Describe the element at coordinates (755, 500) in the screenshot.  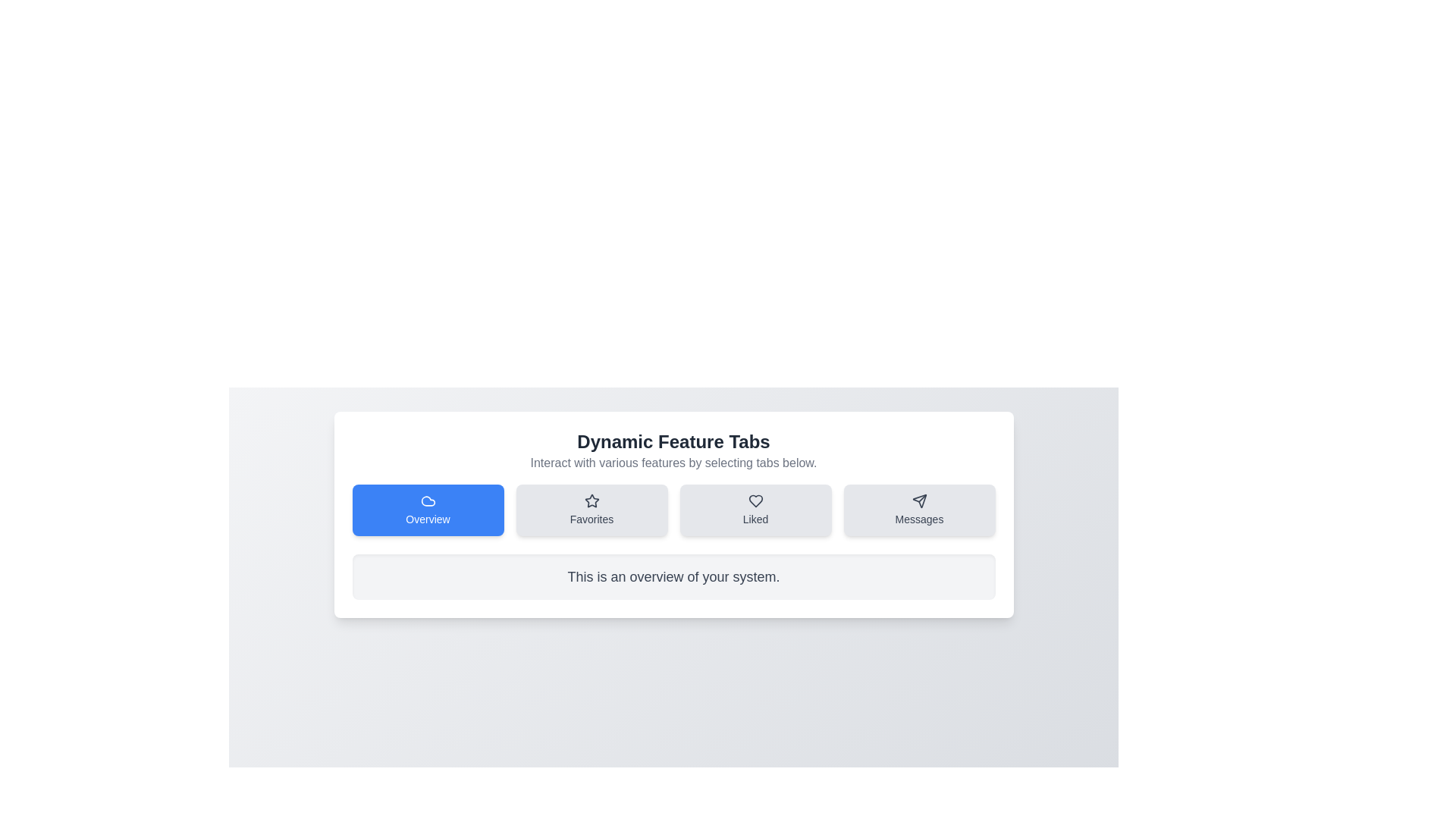
I see `the 'Liked' icon located in the third column of the tab-like navigation bar, positioned above the label text 'Liked'` at that location.